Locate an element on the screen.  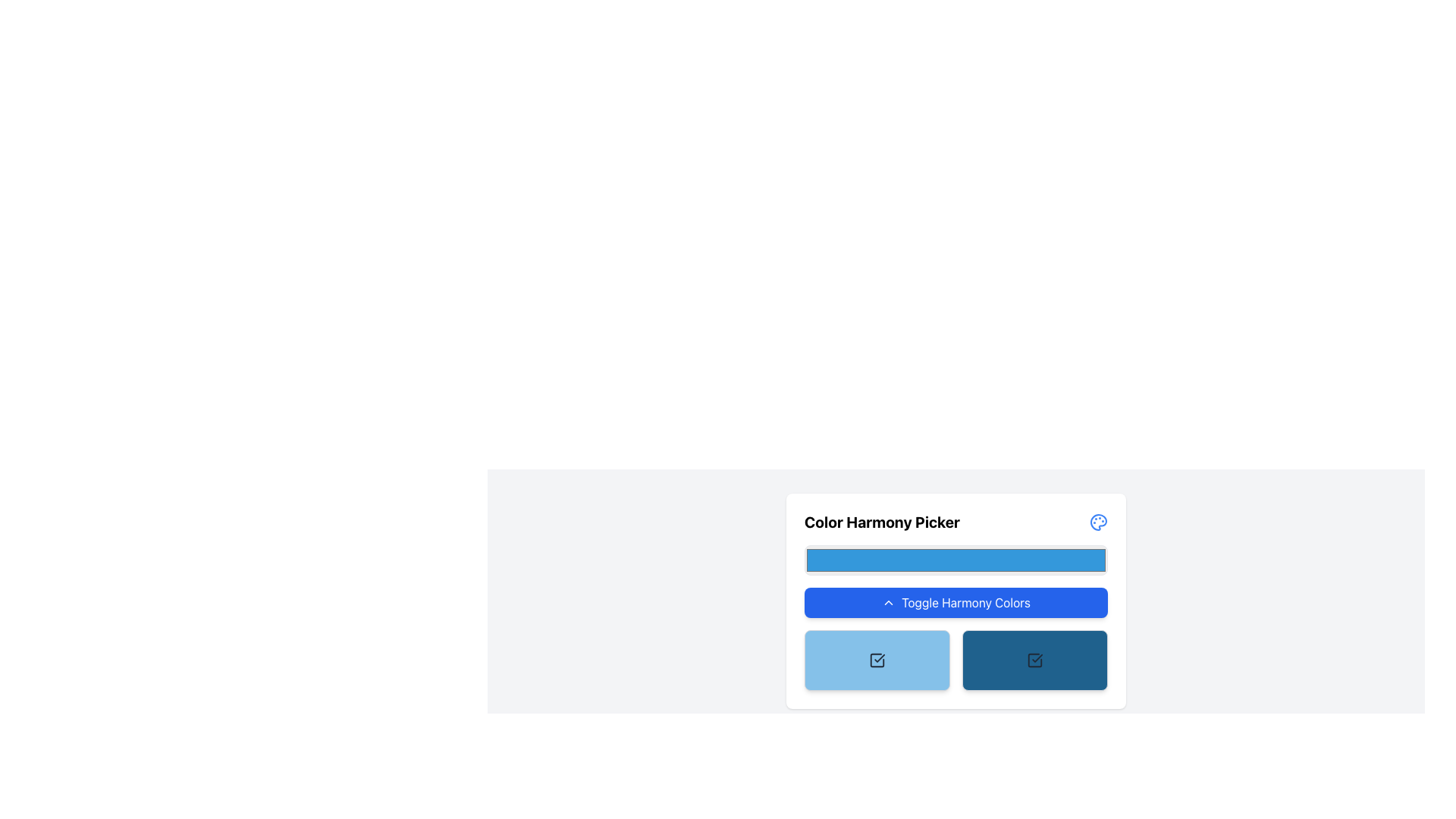
the square-shaped checkbox icon filled with a dark blue background featuring a checkmark symbol is located at coordinates (1034, 660).